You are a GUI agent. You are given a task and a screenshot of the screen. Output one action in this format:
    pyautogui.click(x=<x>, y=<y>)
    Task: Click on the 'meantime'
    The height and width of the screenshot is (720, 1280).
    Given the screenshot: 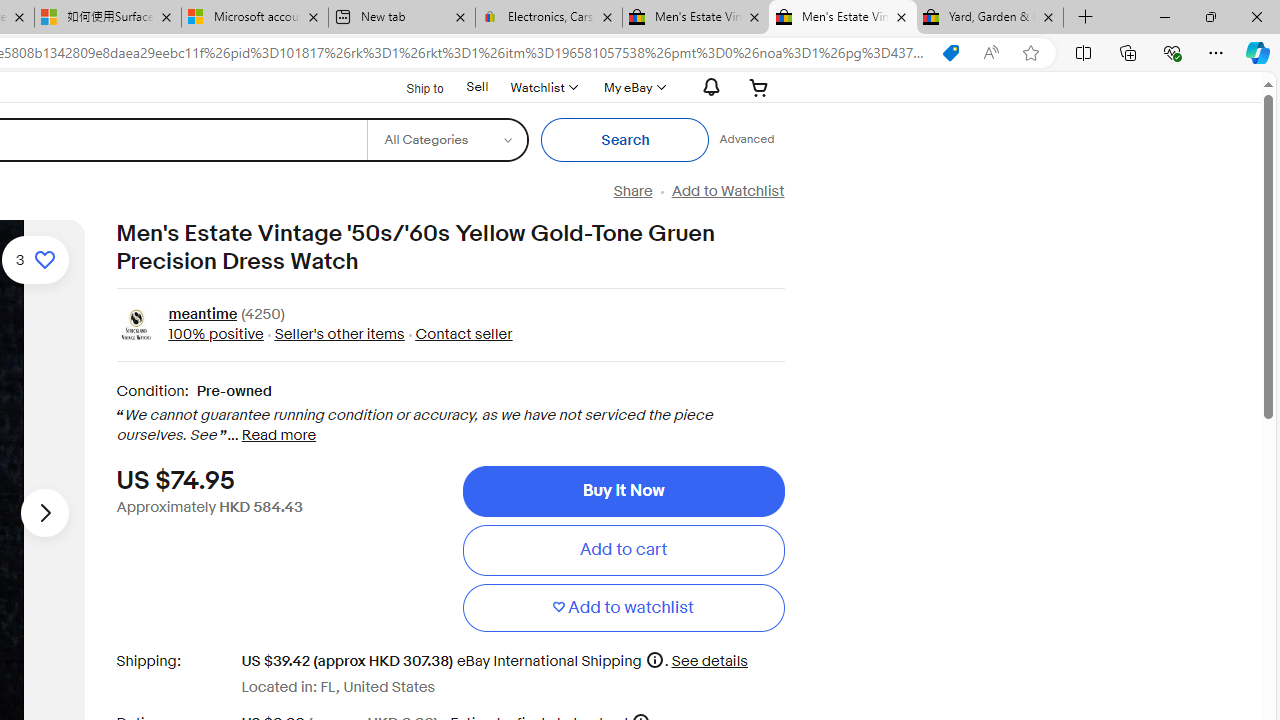 What is the action you would take?
    pyautogui.click(x=202, y=315)
    